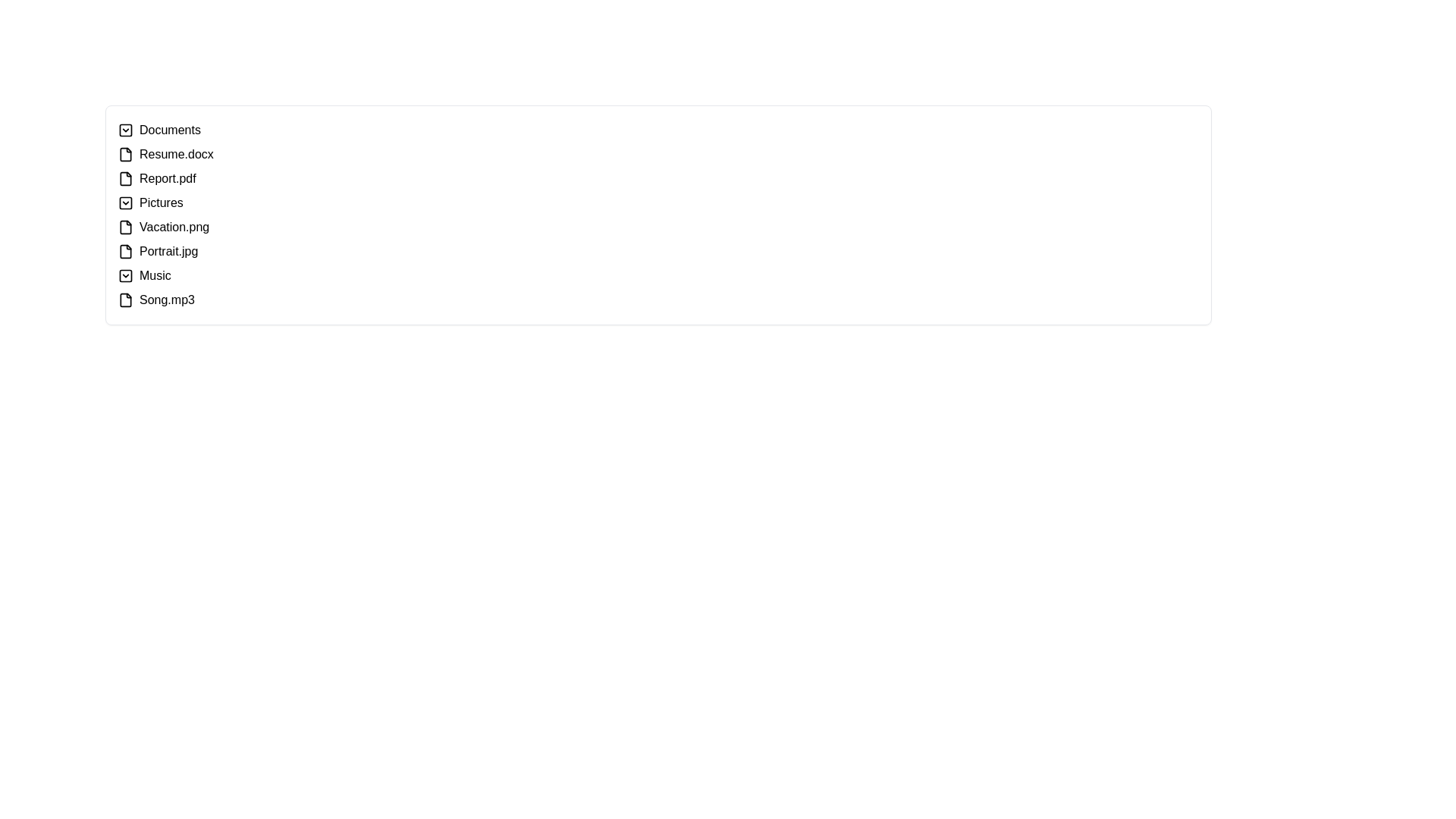 The image size is (1456, 819). I want to click on the rectangular document icon for the file labeled 'Song.mp3' within the 'Music' folder section, which is highlighted in red, so click(126, 300).